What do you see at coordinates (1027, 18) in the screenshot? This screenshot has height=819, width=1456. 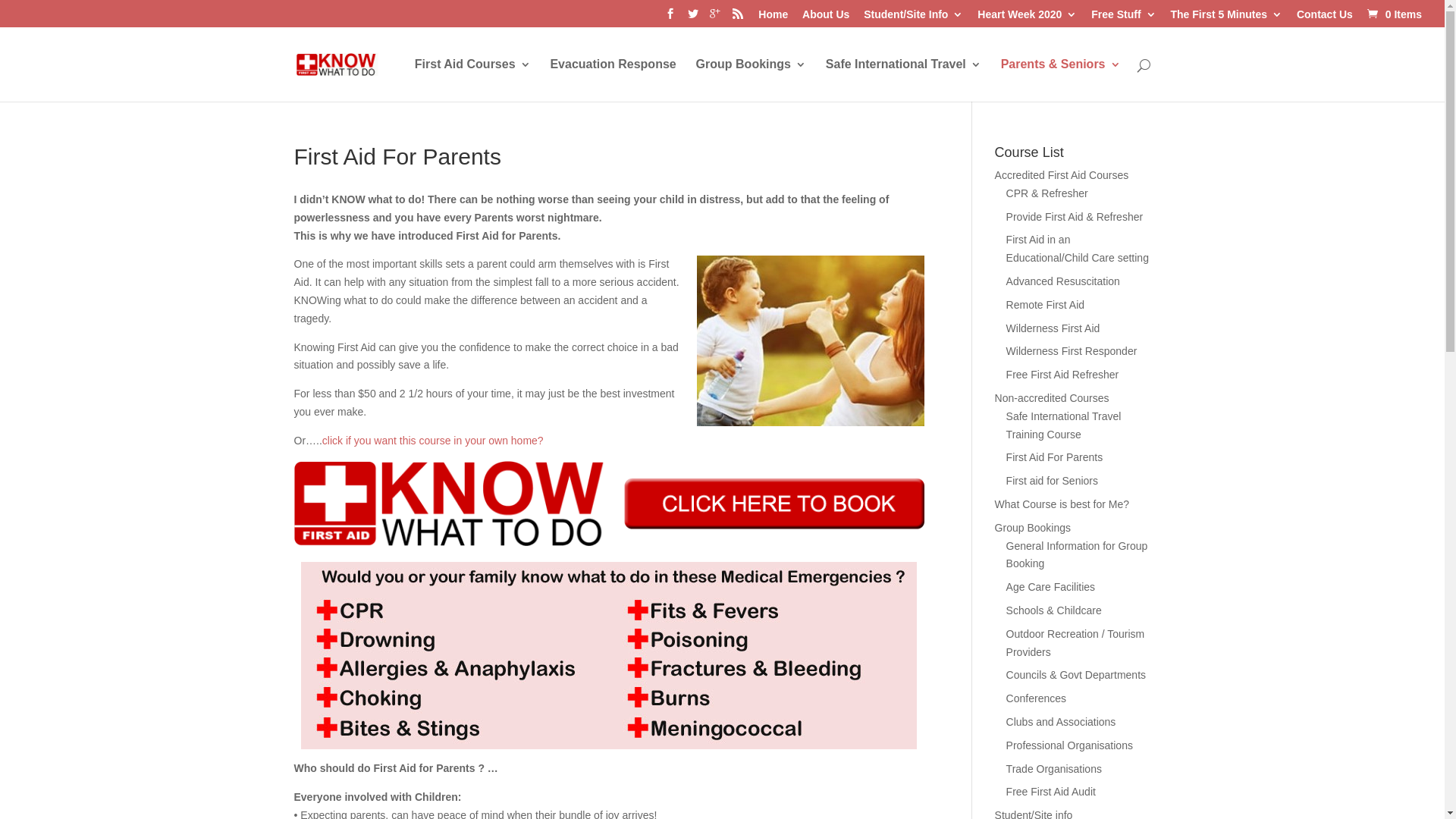 I see `'Heart Week 2020'` at bounding box center [1027, 18].